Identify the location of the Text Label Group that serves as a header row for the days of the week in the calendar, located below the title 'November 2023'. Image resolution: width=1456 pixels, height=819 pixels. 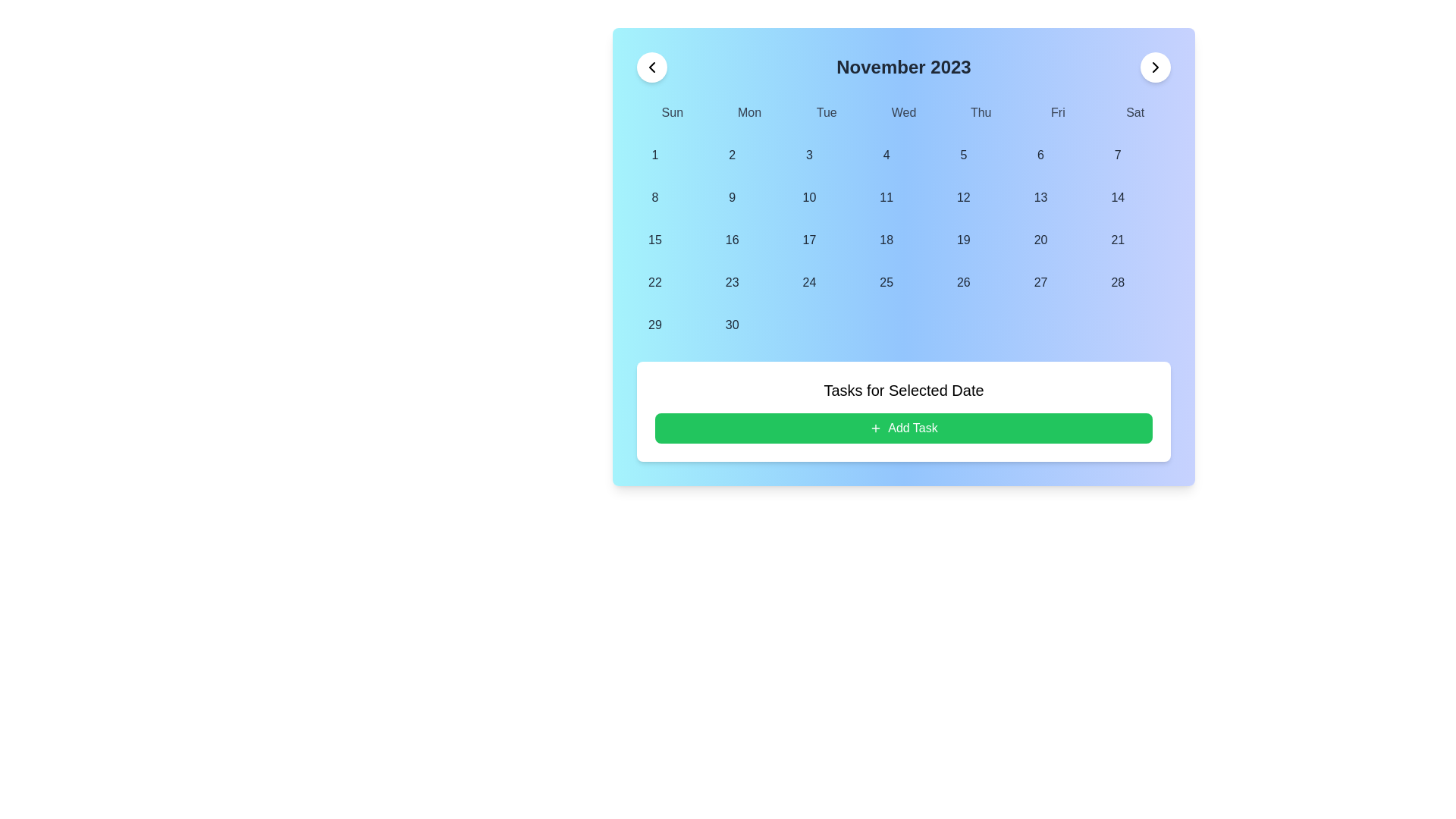
(903, 112).